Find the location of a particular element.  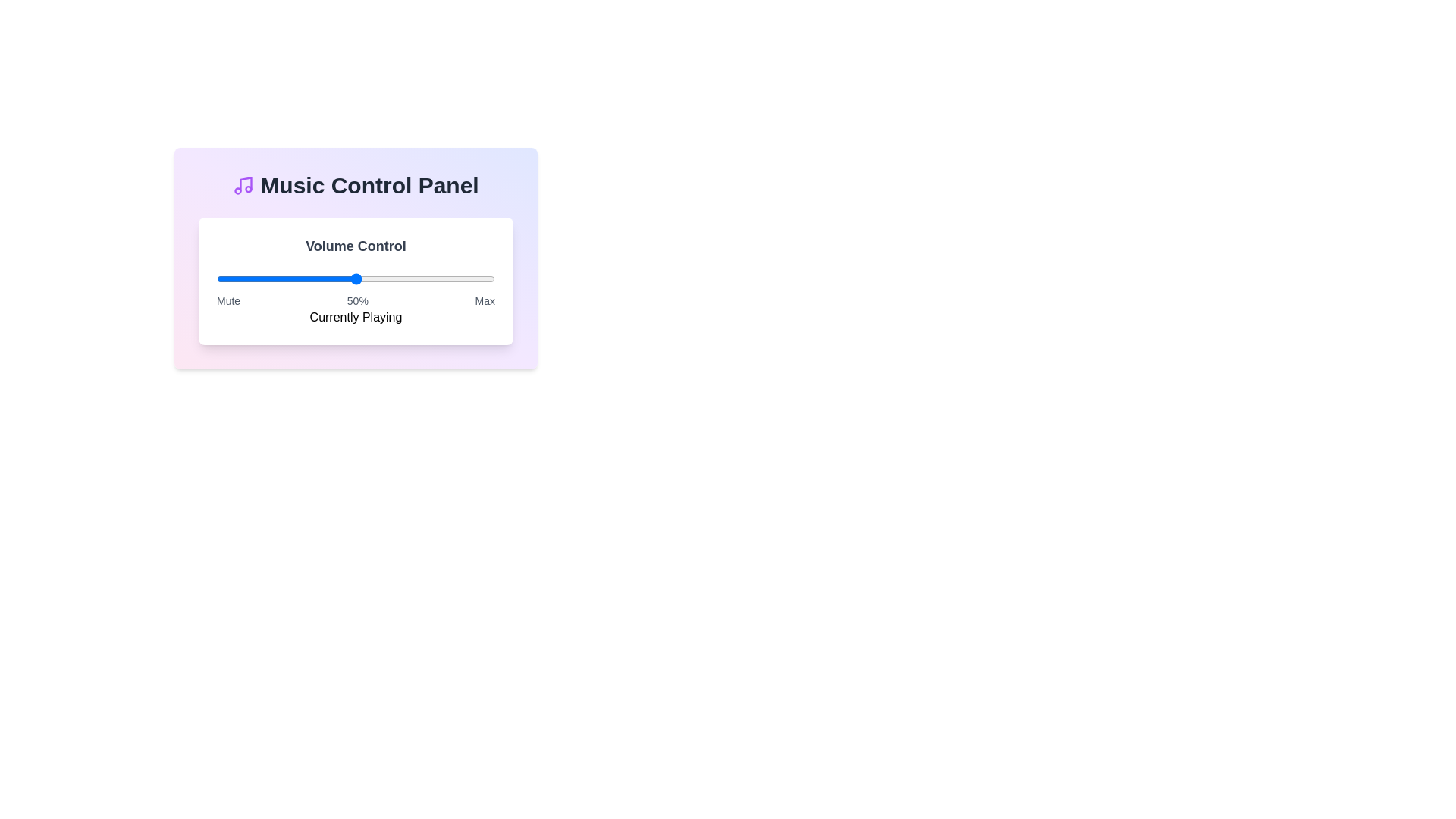

the volume slider to 14% level is located at coordinates (256, 278).